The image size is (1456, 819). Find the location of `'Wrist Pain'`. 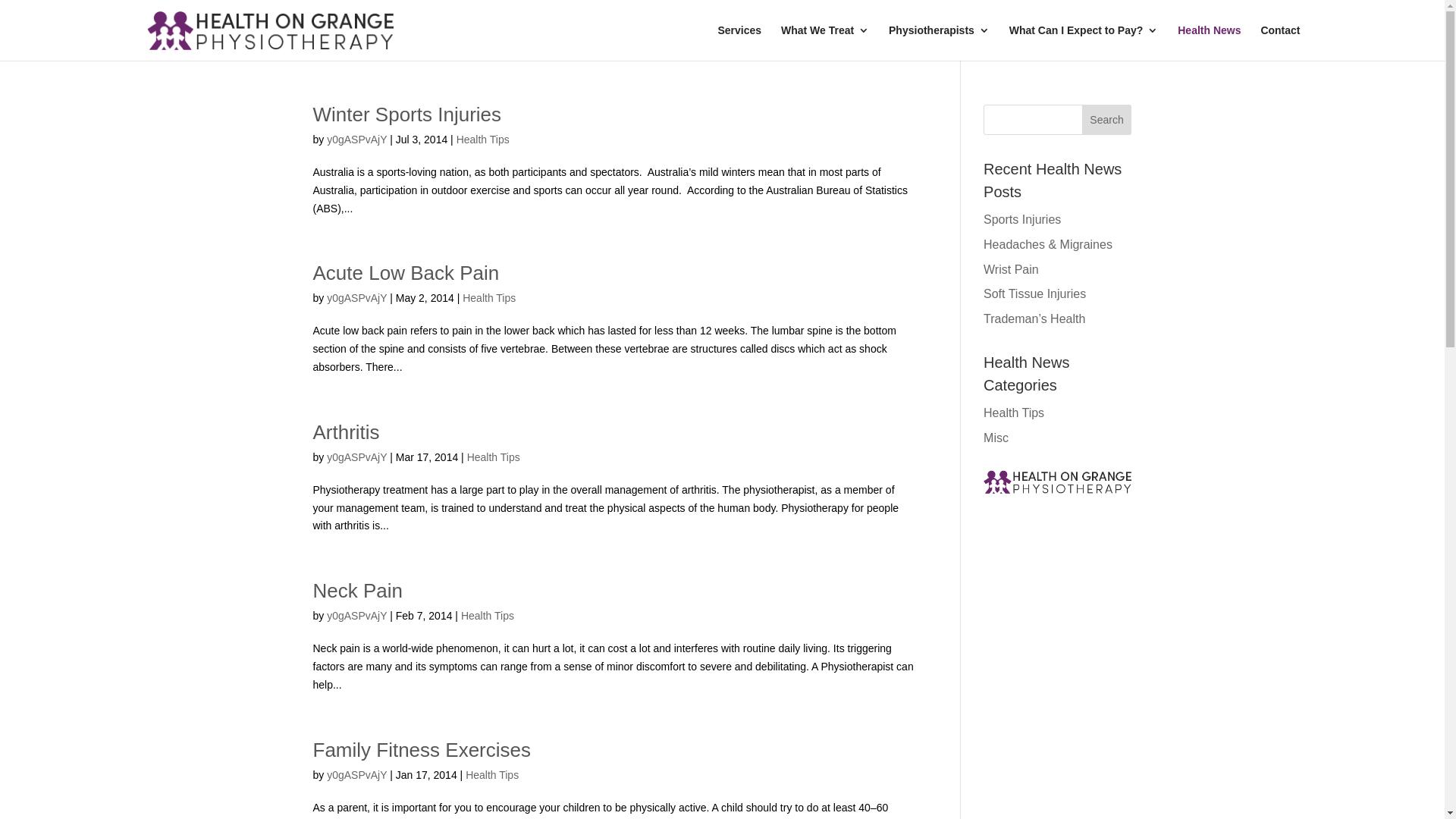

'Wrist Pain' is located at coordinates (1011, 268).